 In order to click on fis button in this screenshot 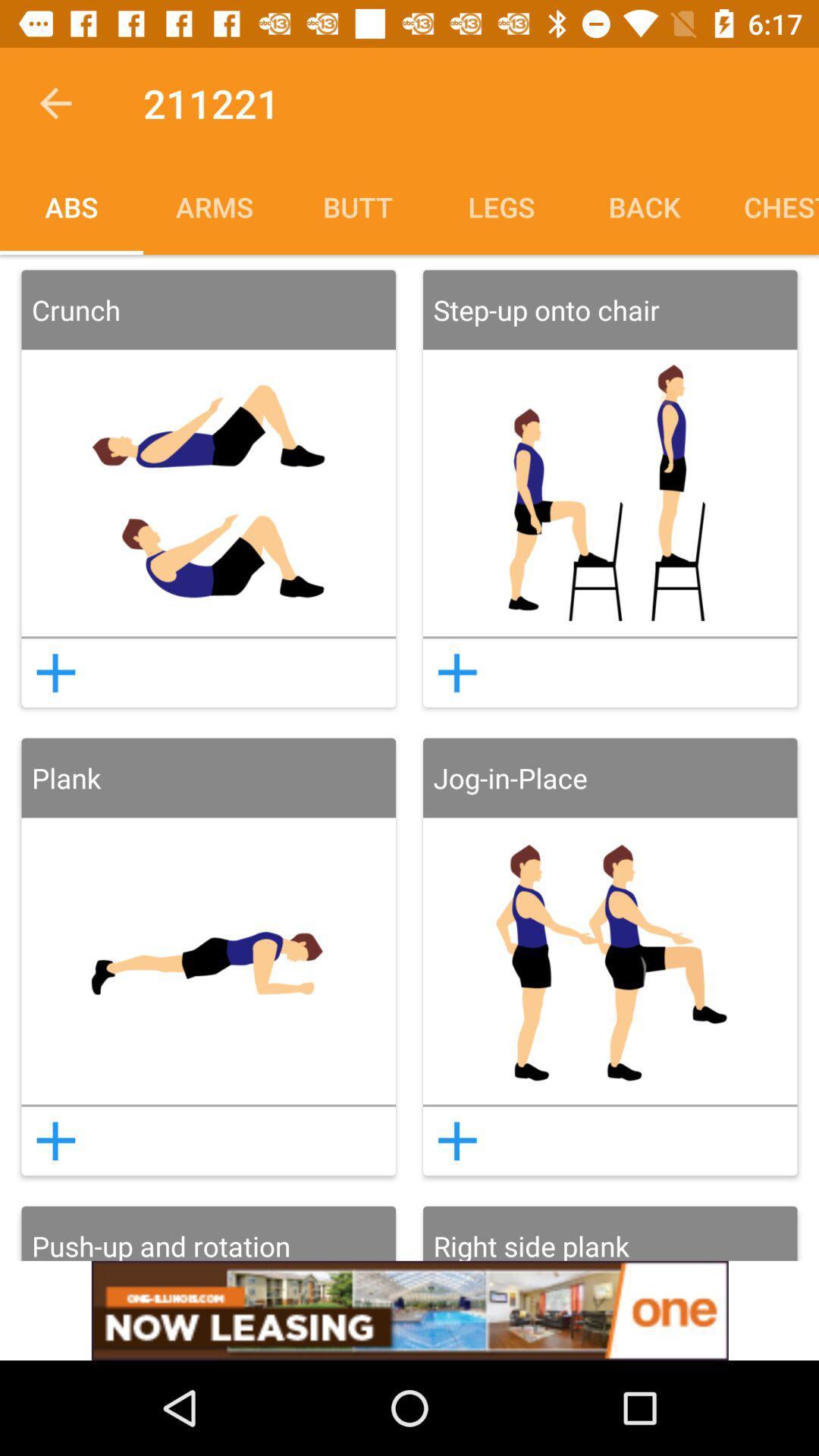, I will do `click(55, 1141)`.